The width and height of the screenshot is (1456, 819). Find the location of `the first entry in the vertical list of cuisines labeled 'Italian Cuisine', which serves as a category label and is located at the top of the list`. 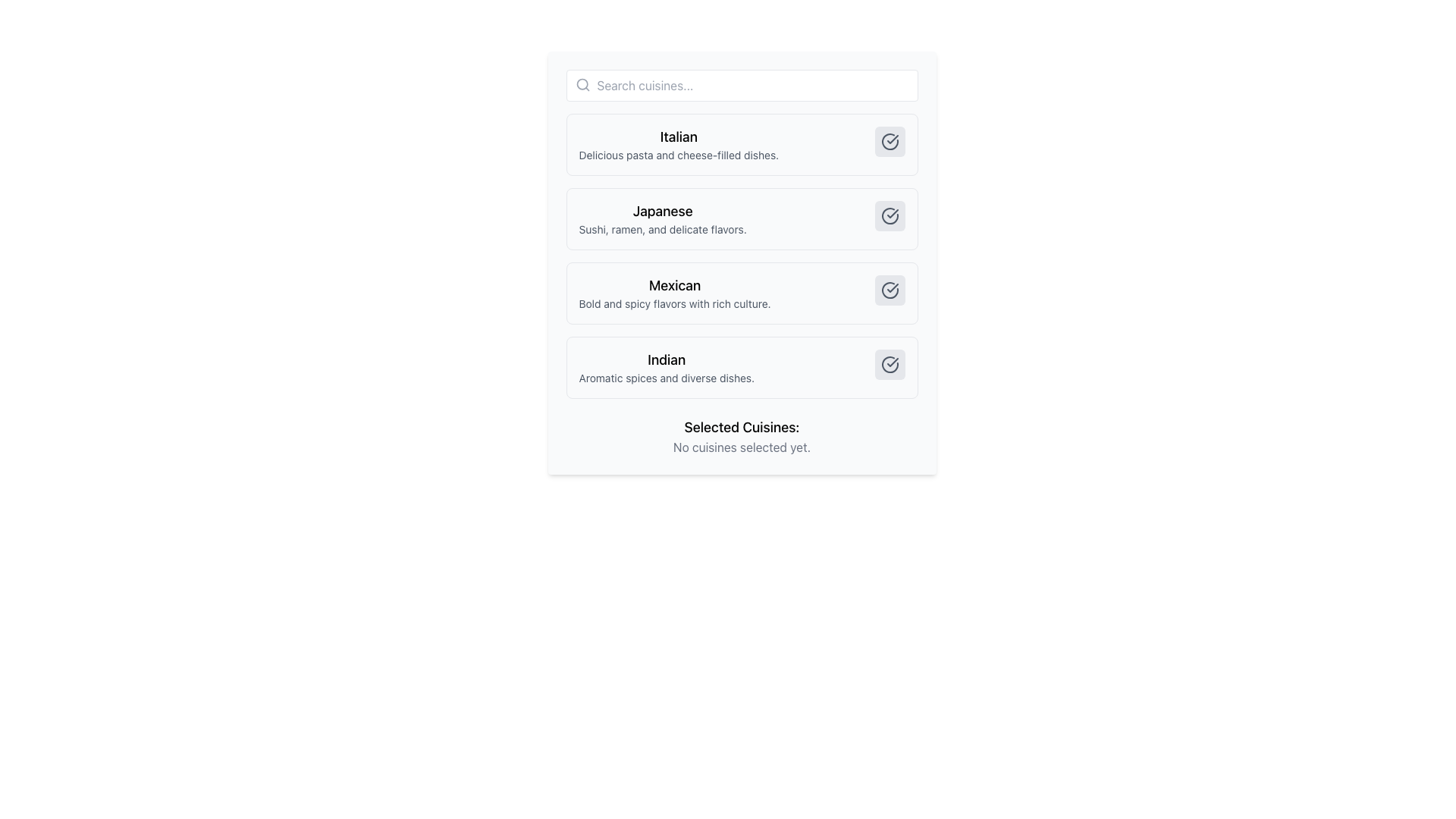

the first entry in the vertical list of cuisines labeled 'Italian Cuisine', which serves as a category label and is located at the top of the list is located at coordinates (678, 145).